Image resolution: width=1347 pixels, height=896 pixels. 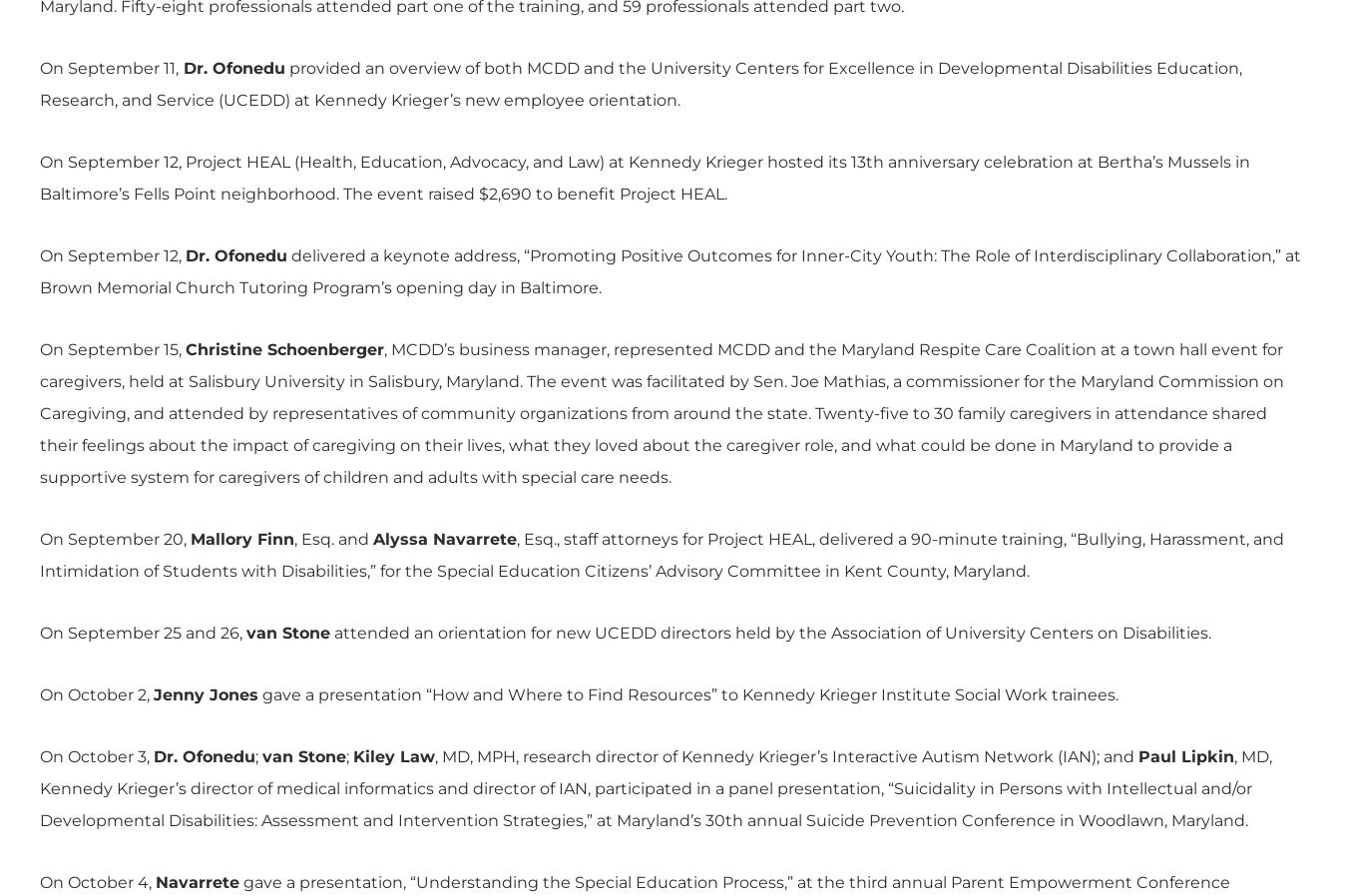 I want to click on ', Esq. and', so click(x=332, y=538).